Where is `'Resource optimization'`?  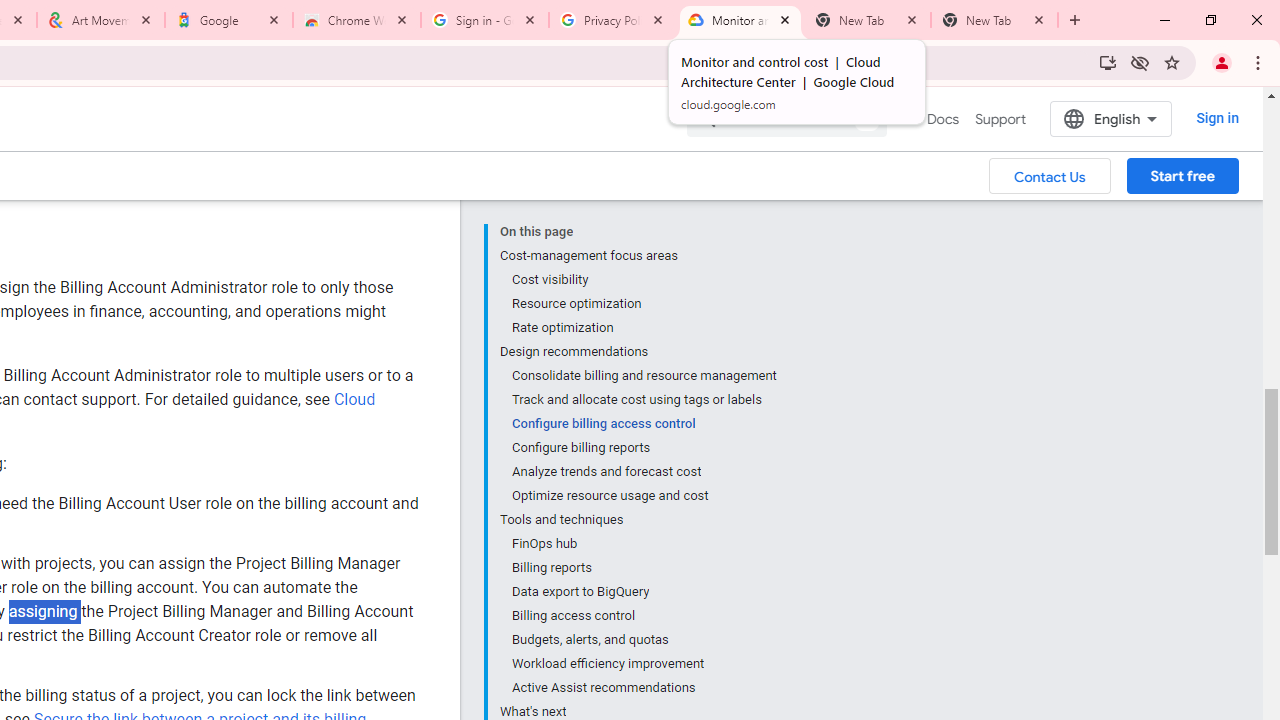
'Resource optimization' is located at coordinates (643, 304).